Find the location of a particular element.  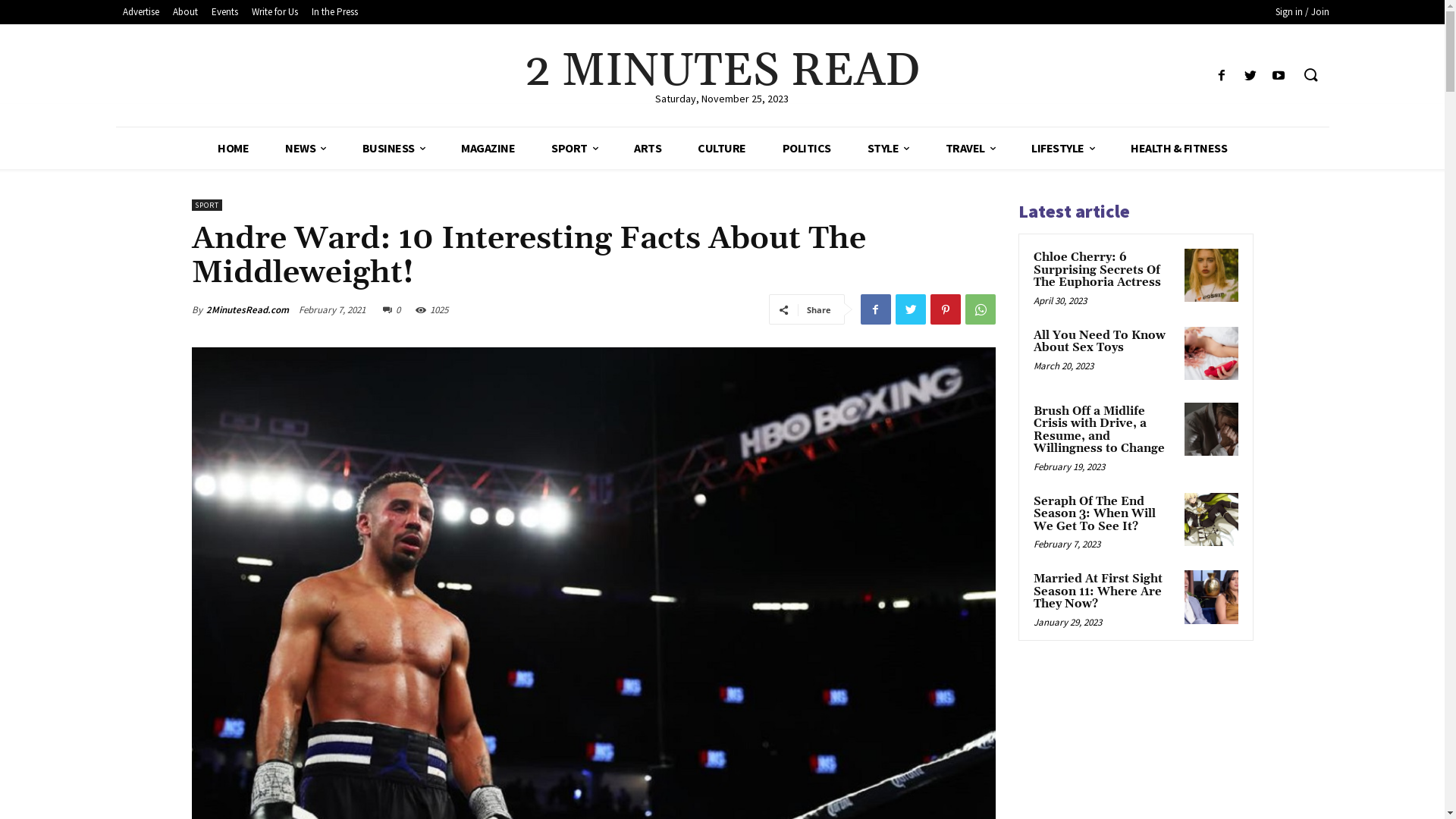

'Sign in / Join' is located at coordinates (1274, 11).